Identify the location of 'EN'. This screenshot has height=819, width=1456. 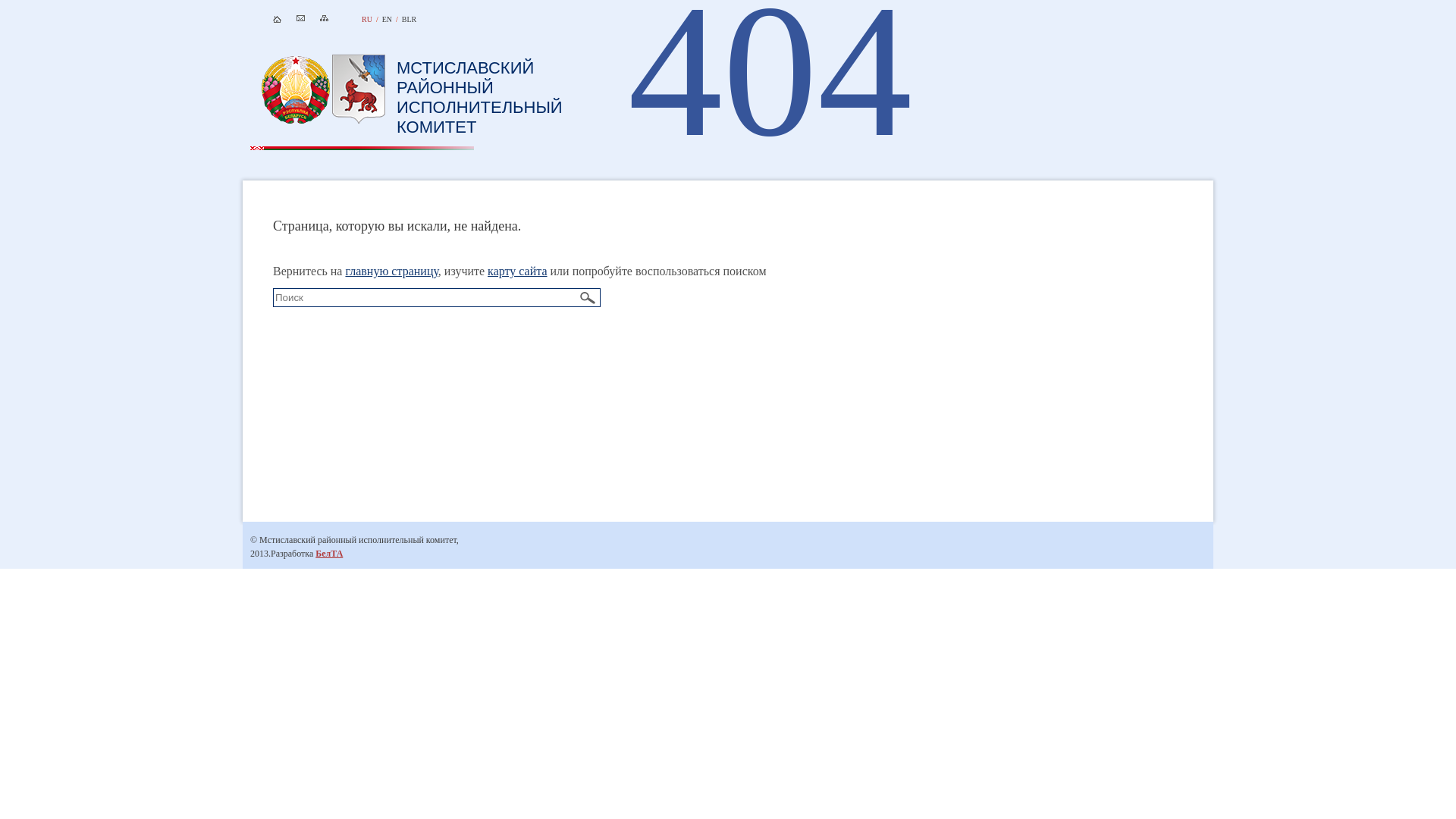
(387, 19).